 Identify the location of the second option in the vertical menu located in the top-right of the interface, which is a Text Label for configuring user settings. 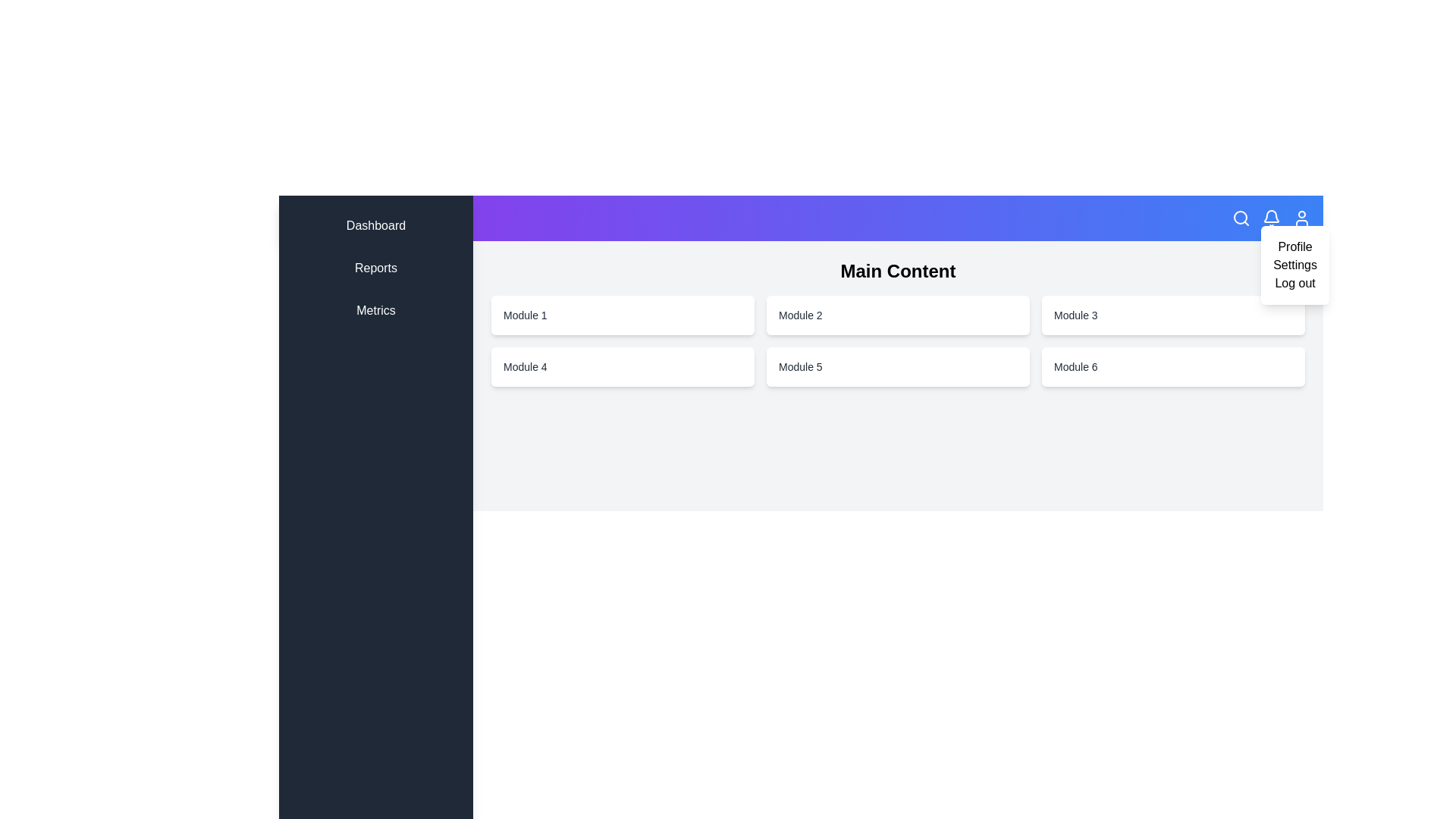
(1294, 265).